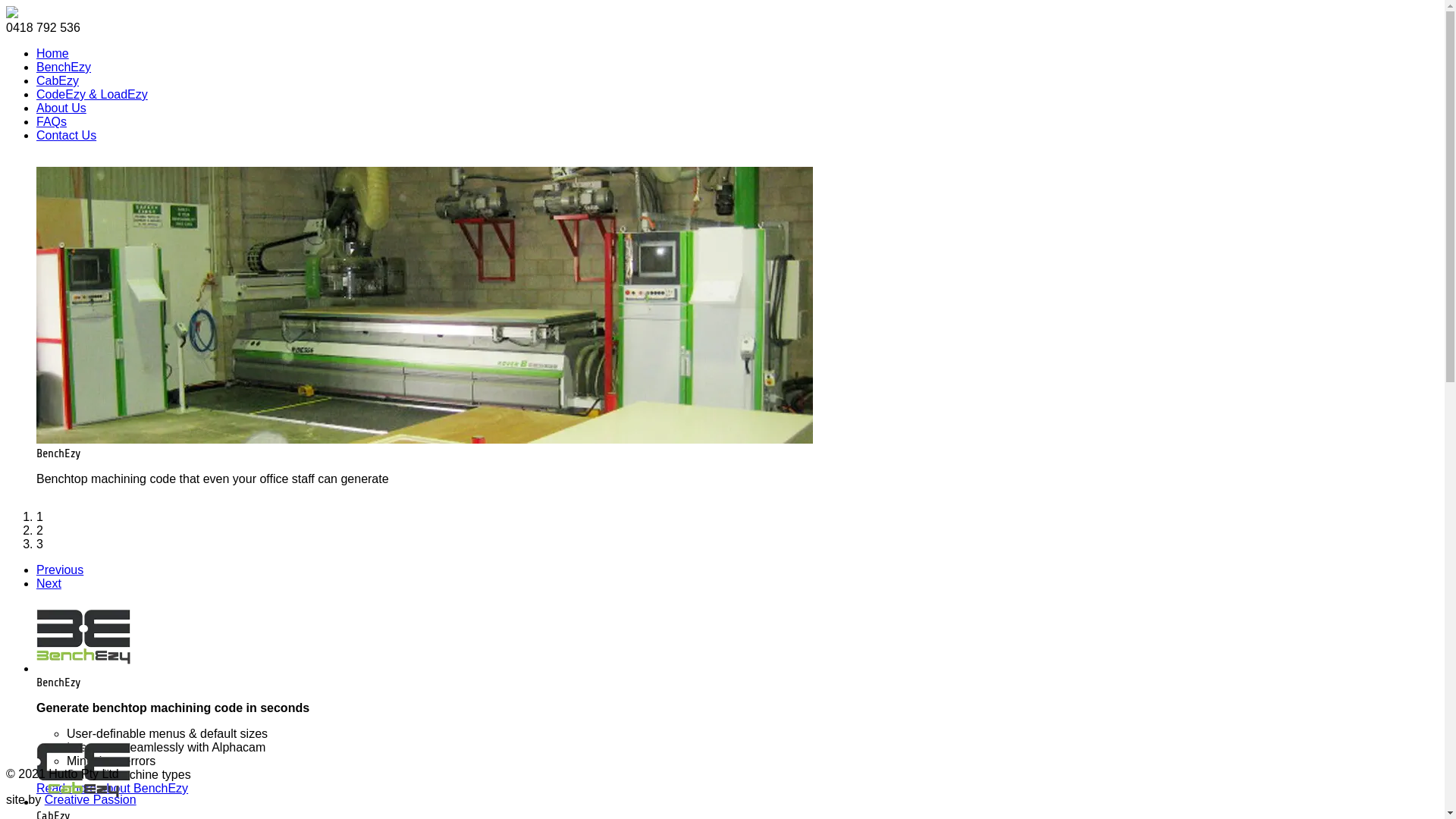 The height and width of the screenshot is (819, 1456). I want to click on '2', so click(39, 529).